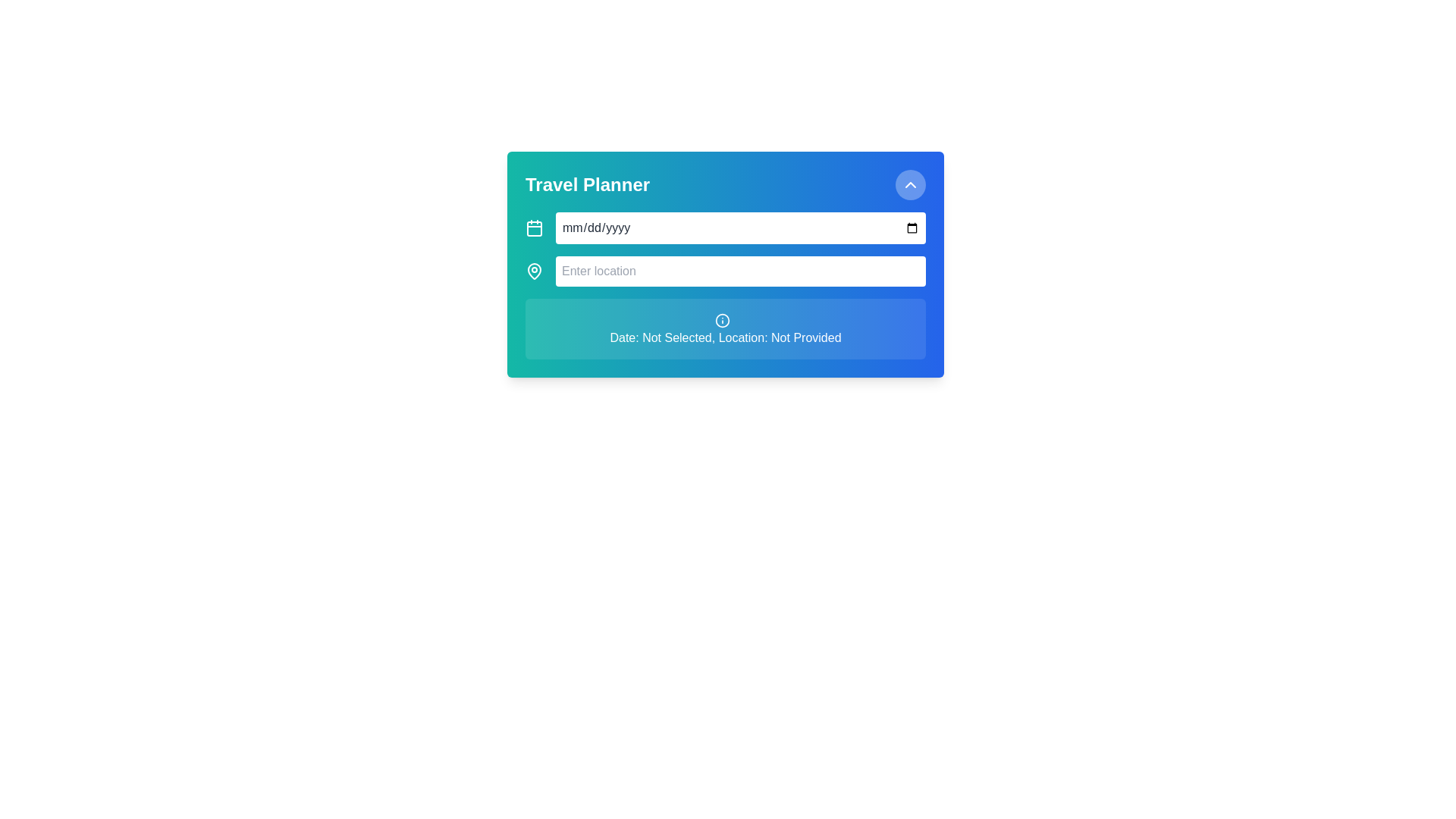 The width and height of the screenshot is (1456, 819). Describe the element at coordinates (724, 328) in the screenshot. I see `the informational card that displays messages indicating missing inputs for date and location, located at the bottom of the input fields` at that location.